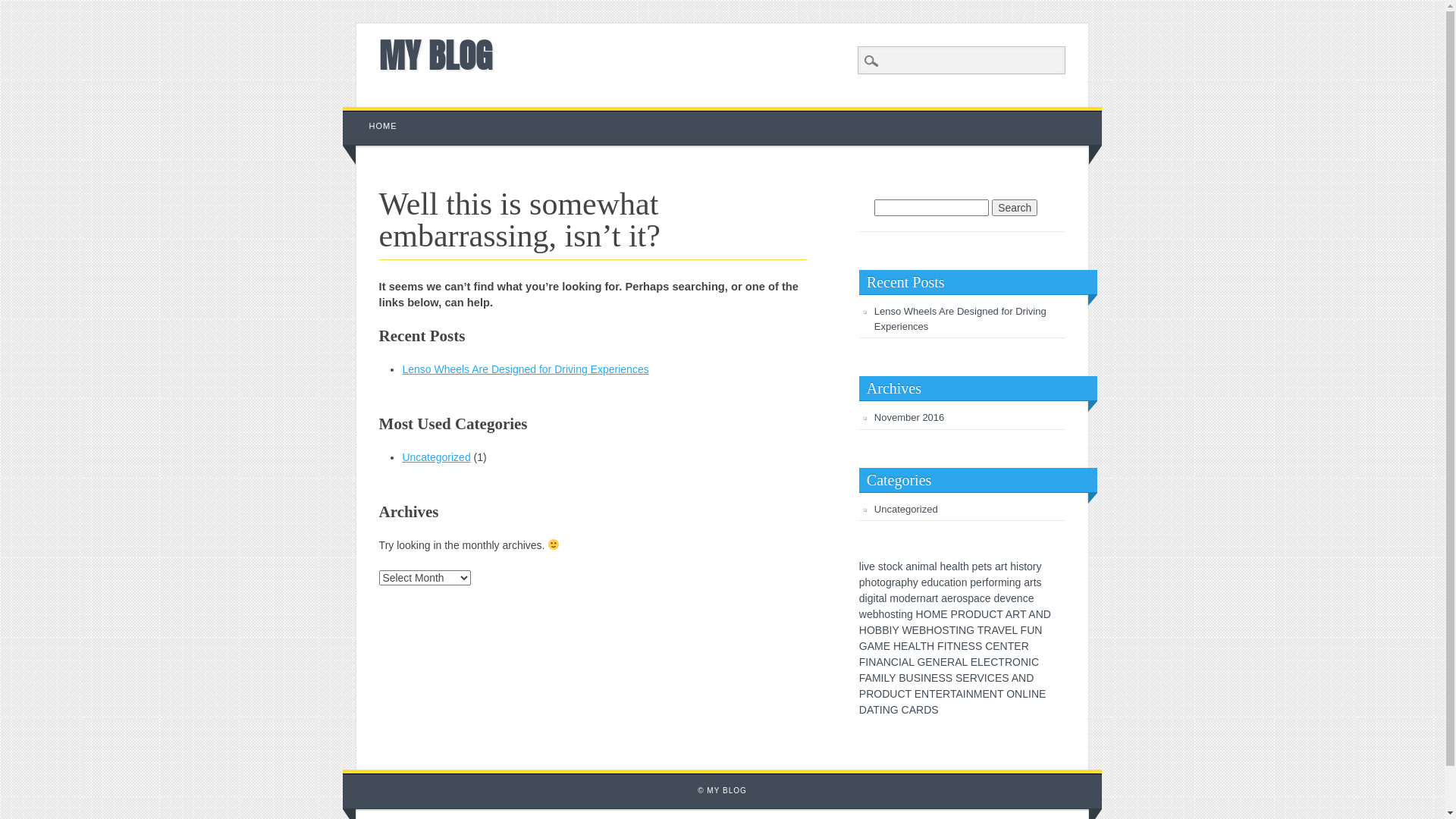 The width and height of the screenshot is (1456, 819). Describe the element at coordinates (916, 661) in the screenshot. I see `'G'` at that location.